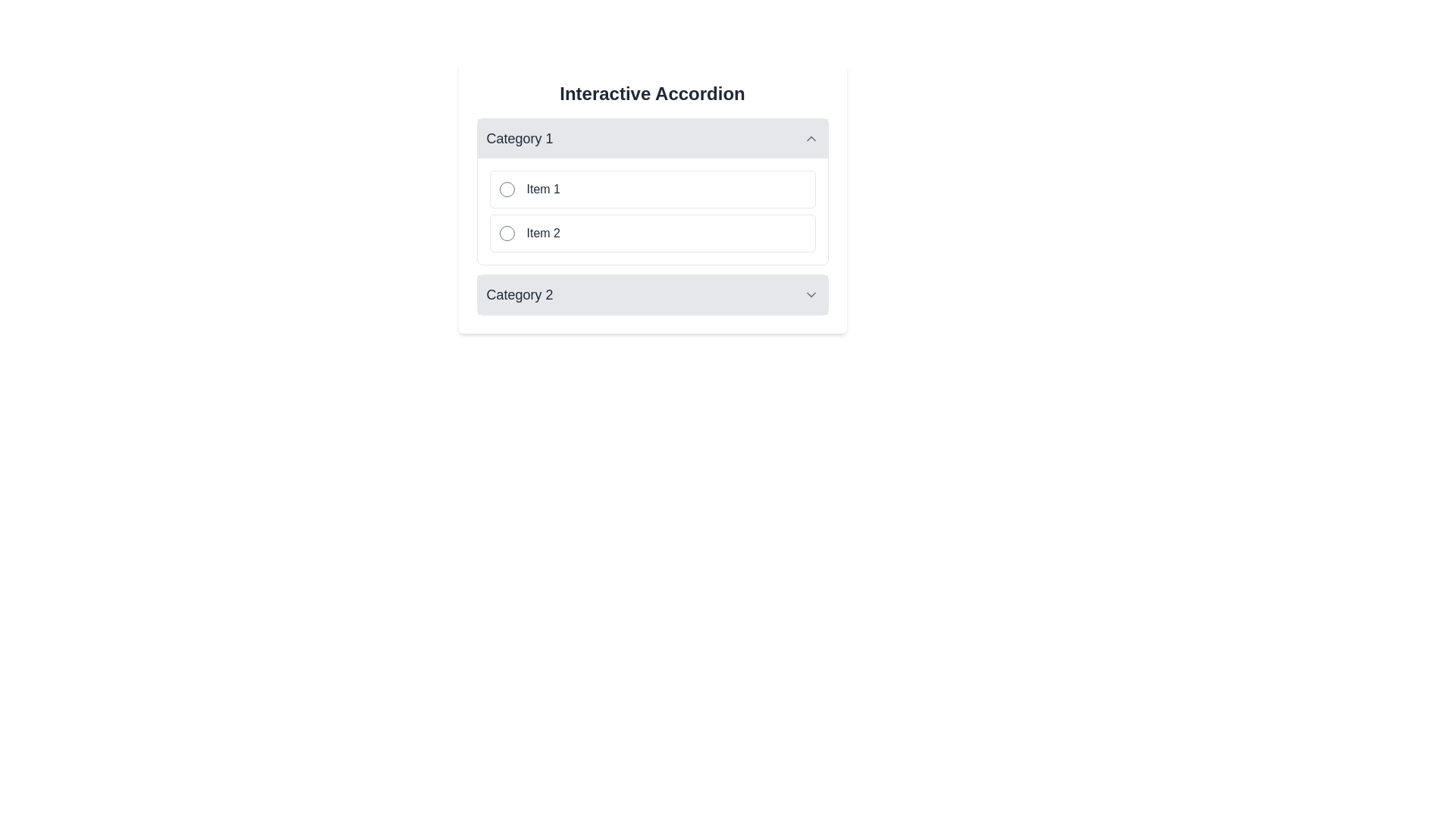 This screenshot has width=1456, height=819. What do you see at coordinates (652, 93) in the screenshot?
I see `the bold heading 'Interactive Accordion' at the top center of the accordion interface` at bounding box center [652, 93].